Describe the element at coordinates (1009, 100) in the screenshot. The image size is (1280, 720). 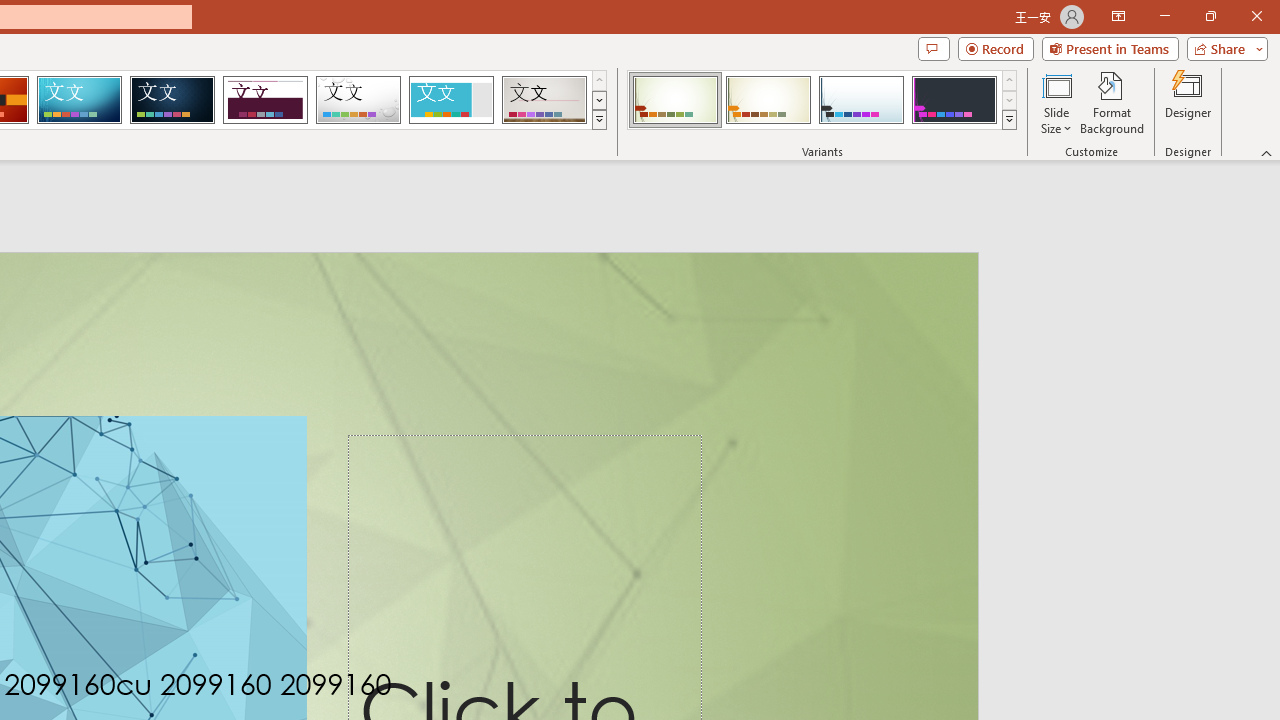
I see `'Row Down'` at that location.